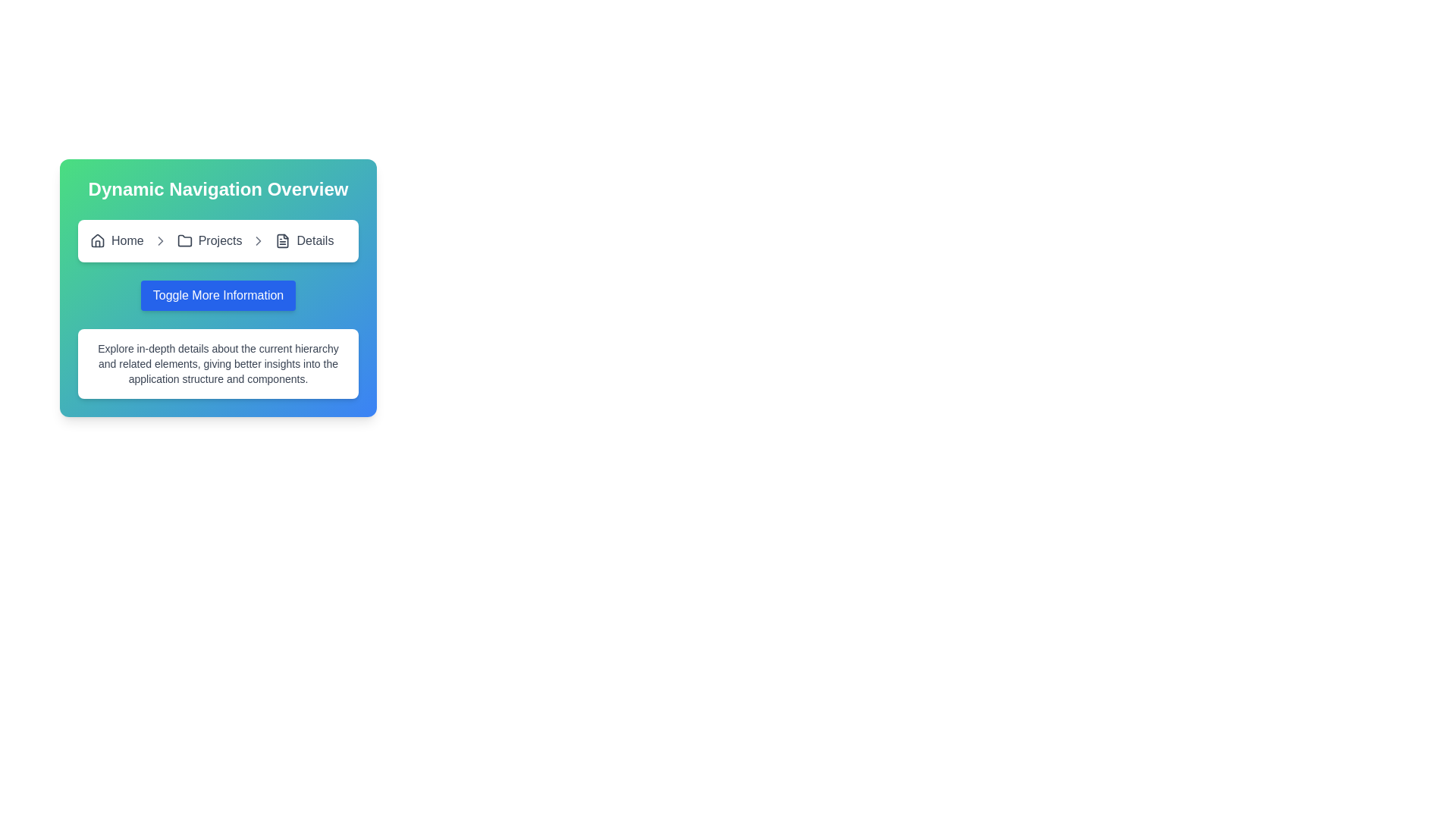  Describe the element at coordinates (97, 240) in the screenshot. I see `the 'Home' icon in the breadcrumb navigation` at that location.